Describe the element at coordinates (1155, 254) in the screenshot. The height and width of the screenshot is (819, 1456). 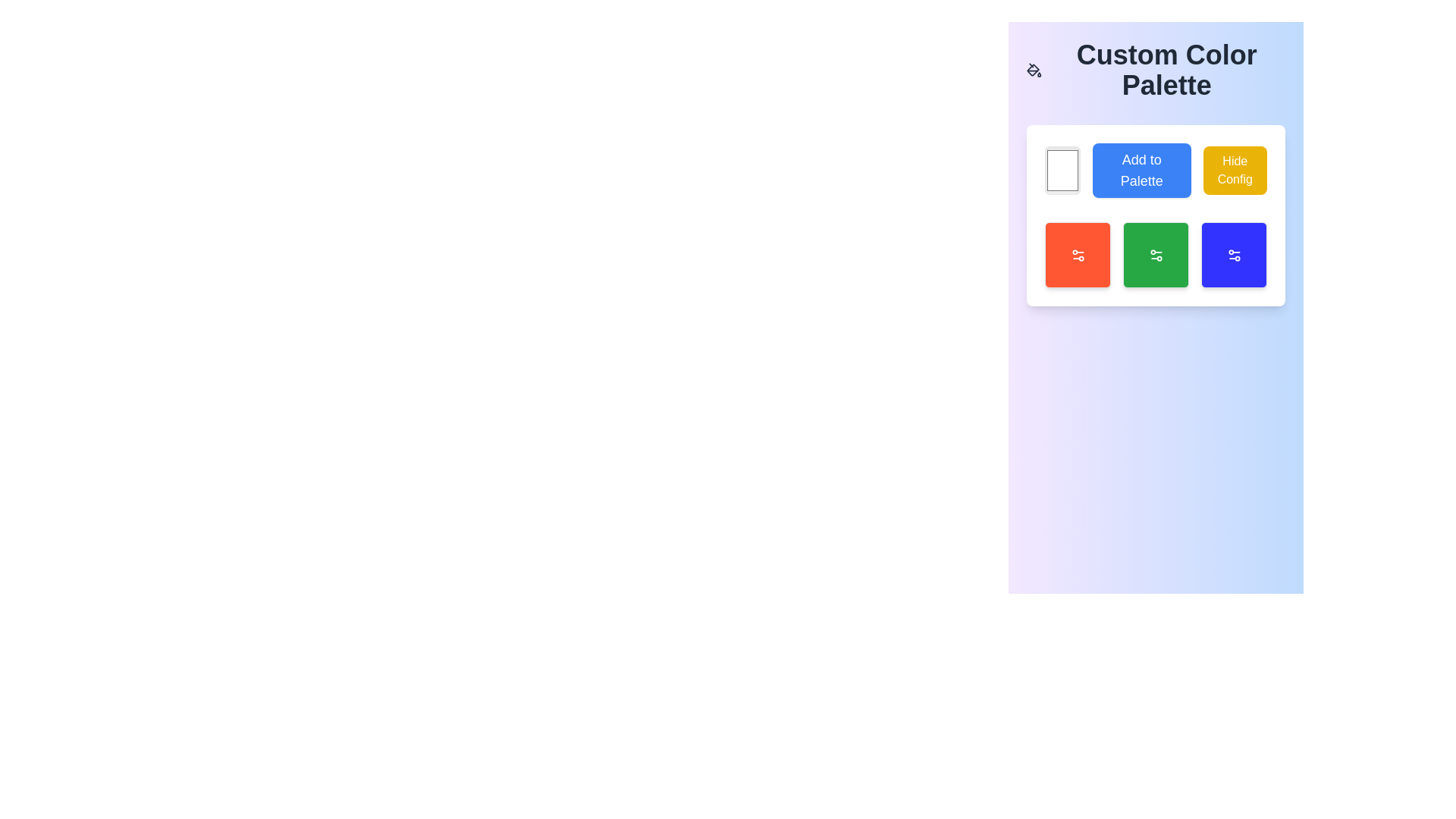
I see `the square from the grid containing square options` at that location.